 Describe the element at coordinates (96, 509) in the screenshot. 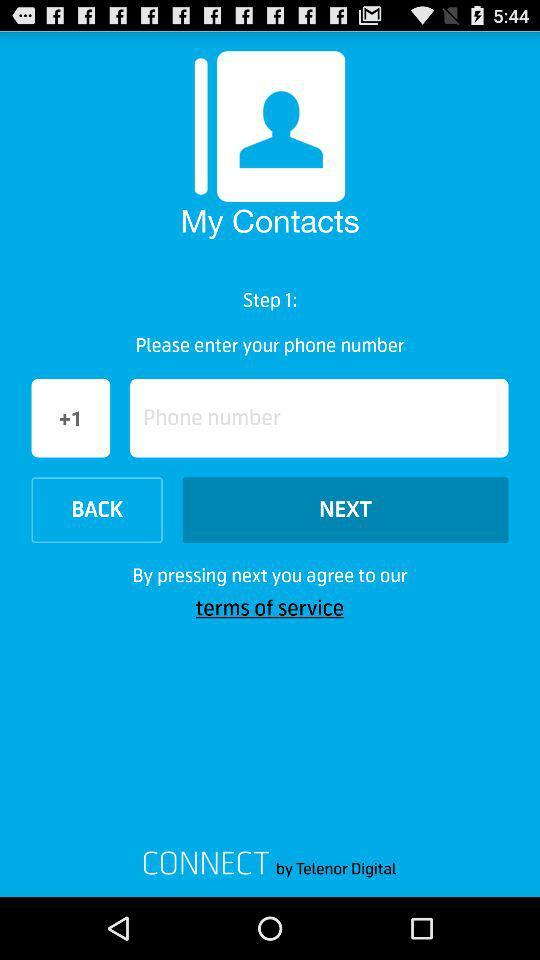

I see `icon above by pressing next` at that location.